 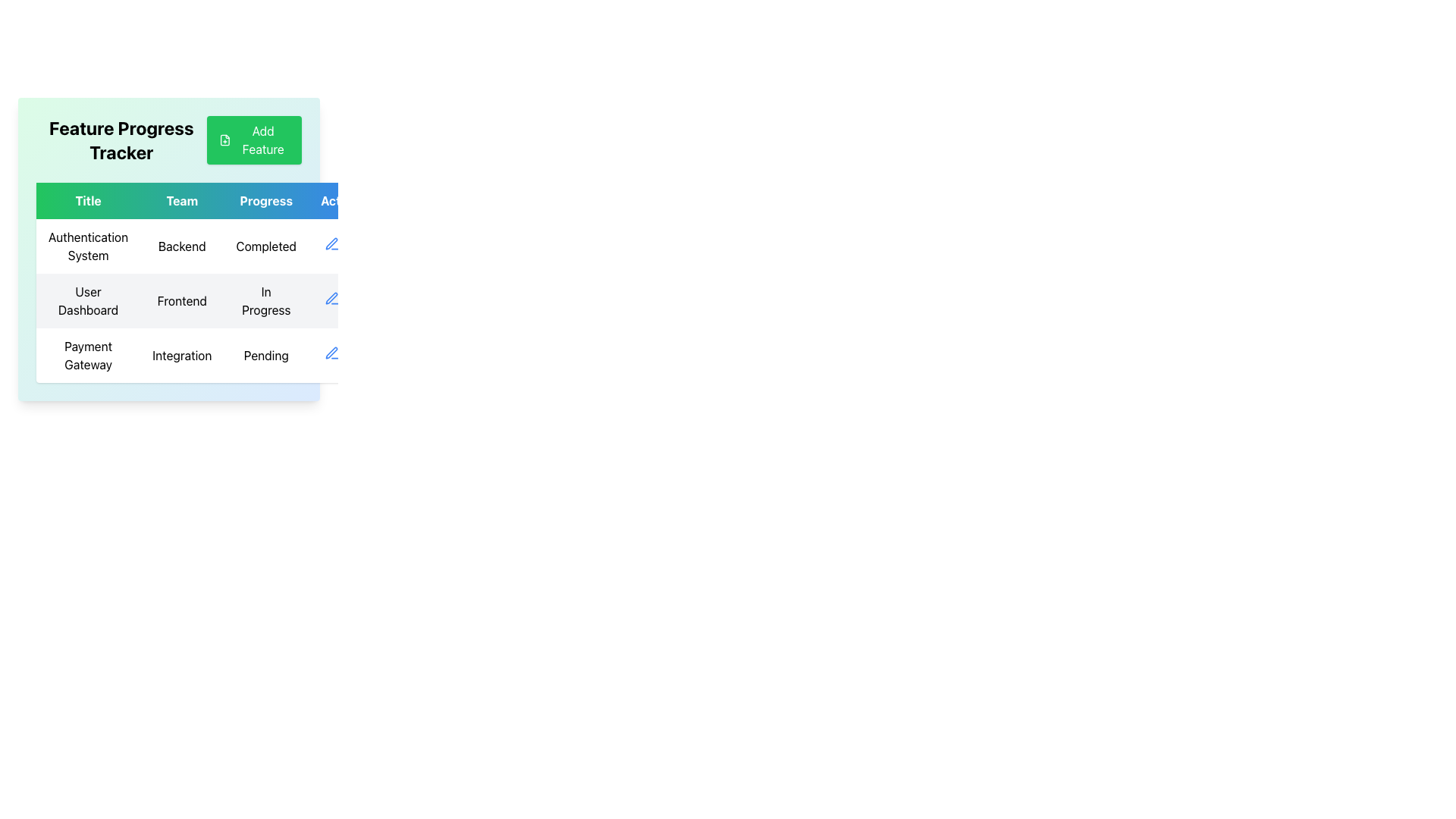 What do you see at coordinates (87, 301) in the screenshot?
I see `the static text cell labeled 'User Dashboard' in the first column of the second row under the 'Title' header in the 'Feature Progress Tracker' interface` at bounding box center [87, 301].